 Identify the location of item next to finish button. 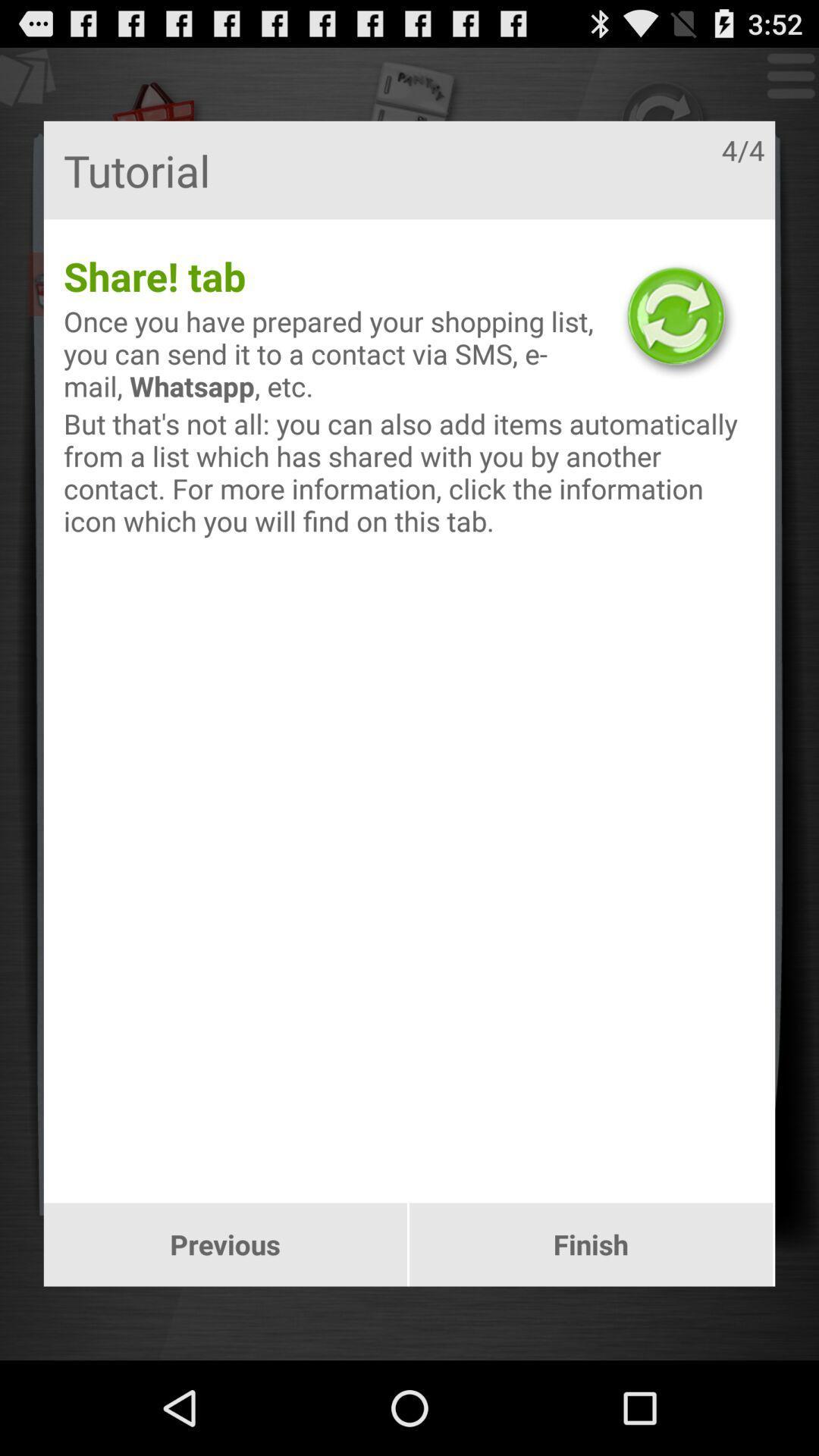
(225, 1244).